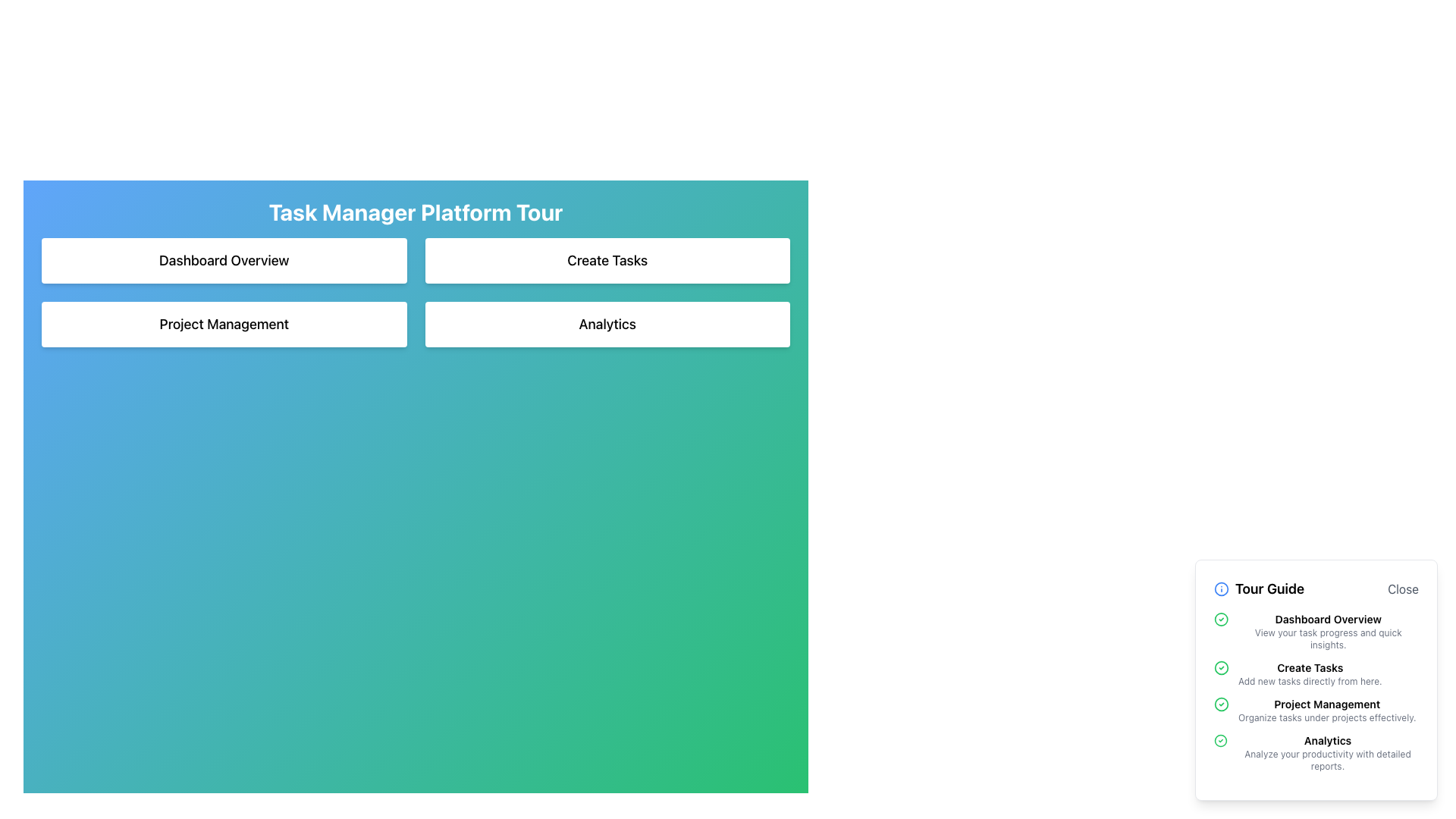  Describe the element at coordinates (1327, 760) in the screenshot. I see `the text label styled in a smaller gray font that reads 'Analyze your productivity with detailed reports,' located beneath the title 'Analytics' in the pop-up guide` at that location.